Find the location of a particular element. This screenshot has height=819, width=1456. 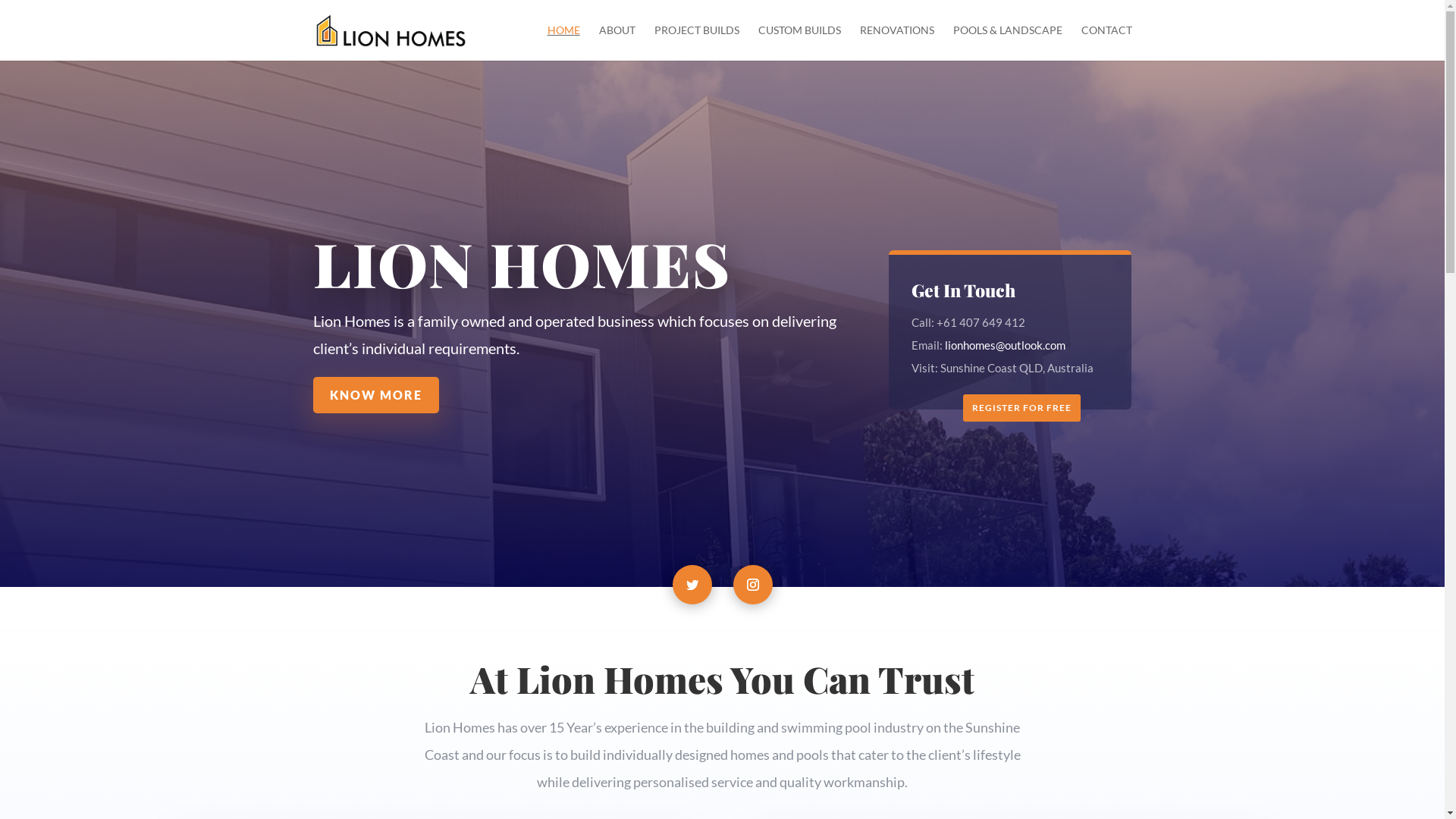

'HOME' is located at coordinates (563, 42).